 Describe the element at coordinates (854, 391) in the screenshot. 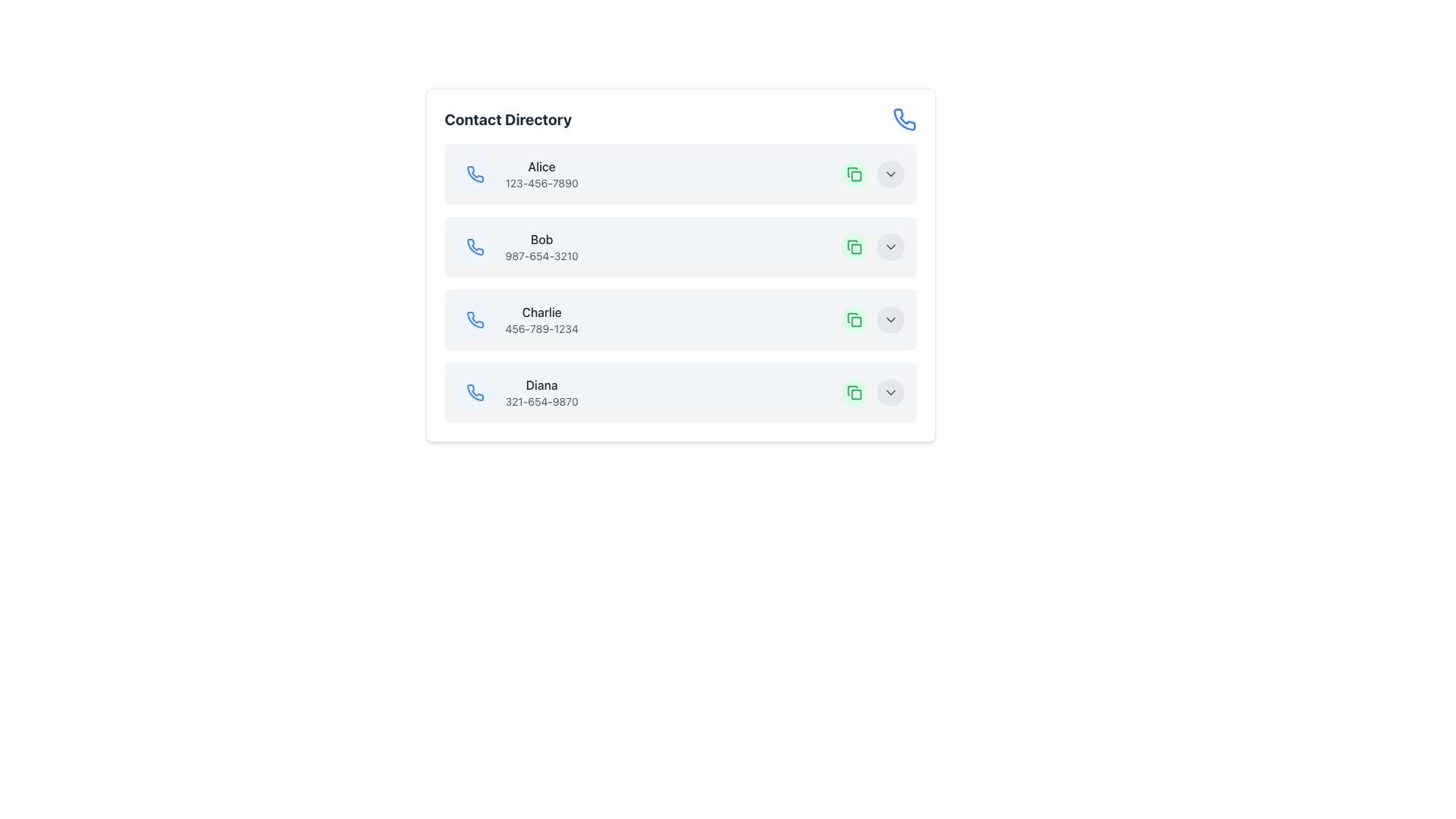

I see `the circular light green button with overlapping squares icon located to the right of the contact listing for 'Diana'` at that location.